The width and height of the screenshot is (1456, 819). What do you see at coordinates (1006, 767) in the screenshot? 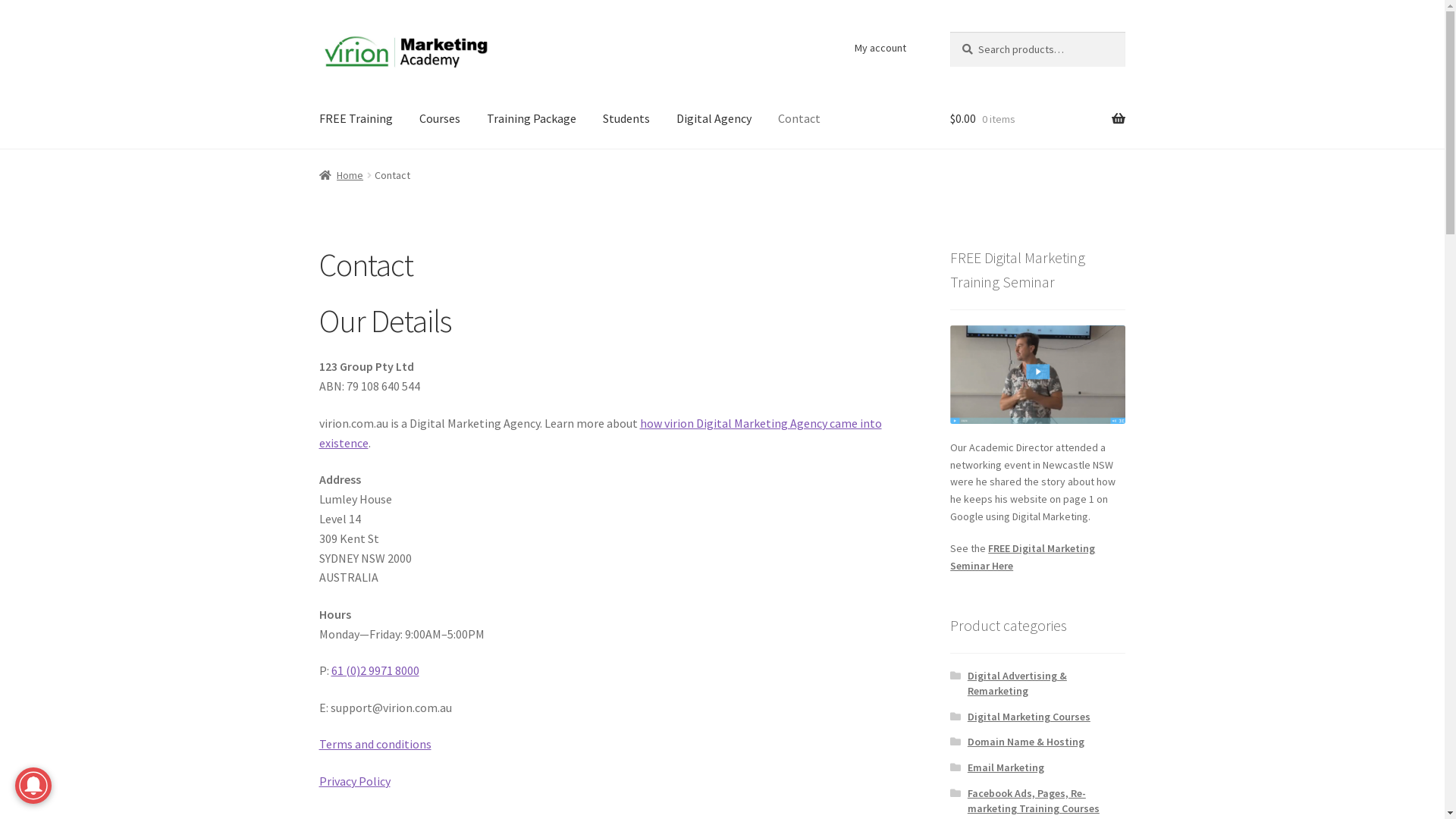
I see `'Email Marketing'` at bounding box center [1006, 767].